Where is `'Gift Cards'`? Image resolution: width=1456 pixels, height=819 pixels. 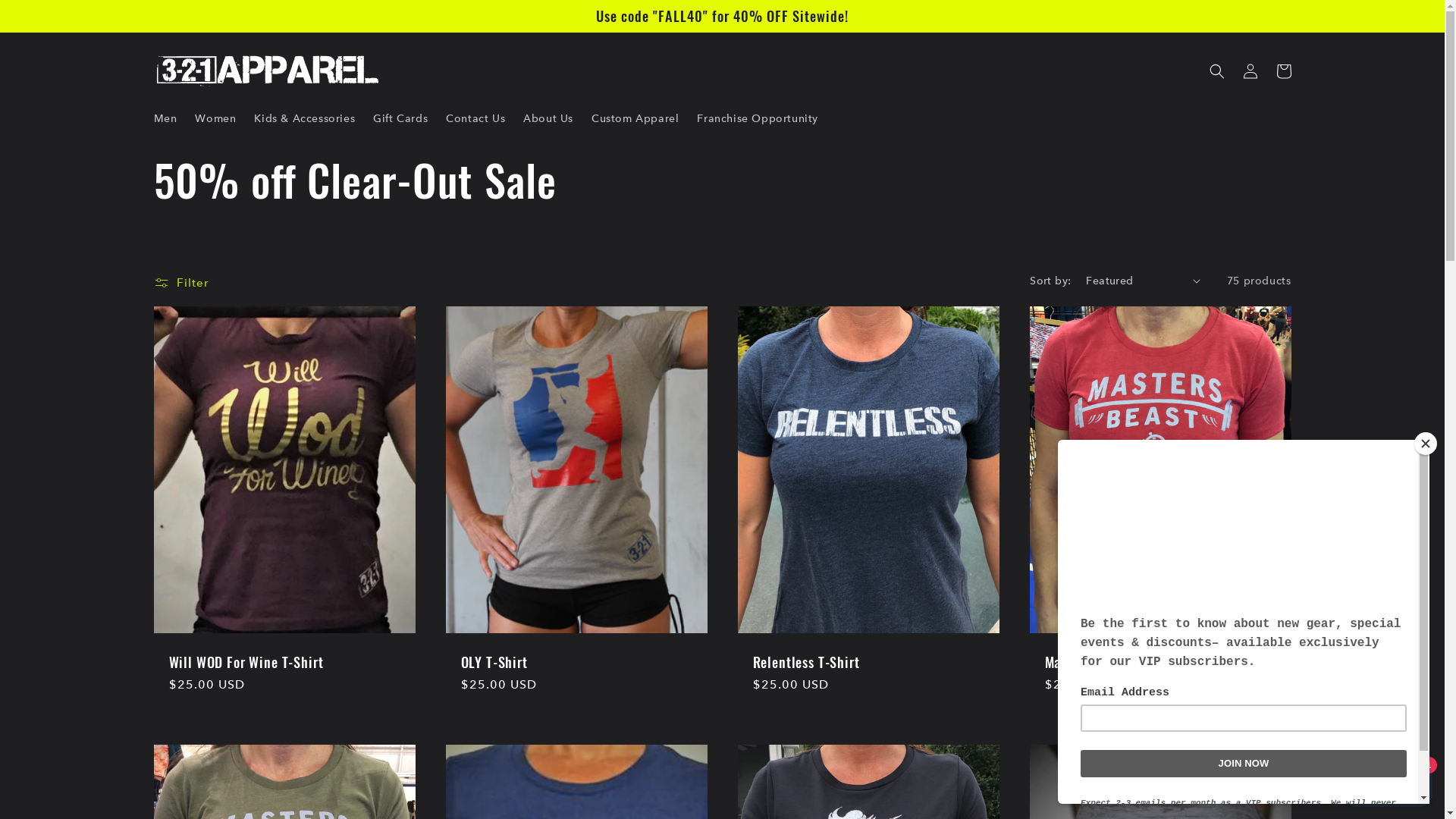
'Gift Cards' is located at coordinates (400, 117).